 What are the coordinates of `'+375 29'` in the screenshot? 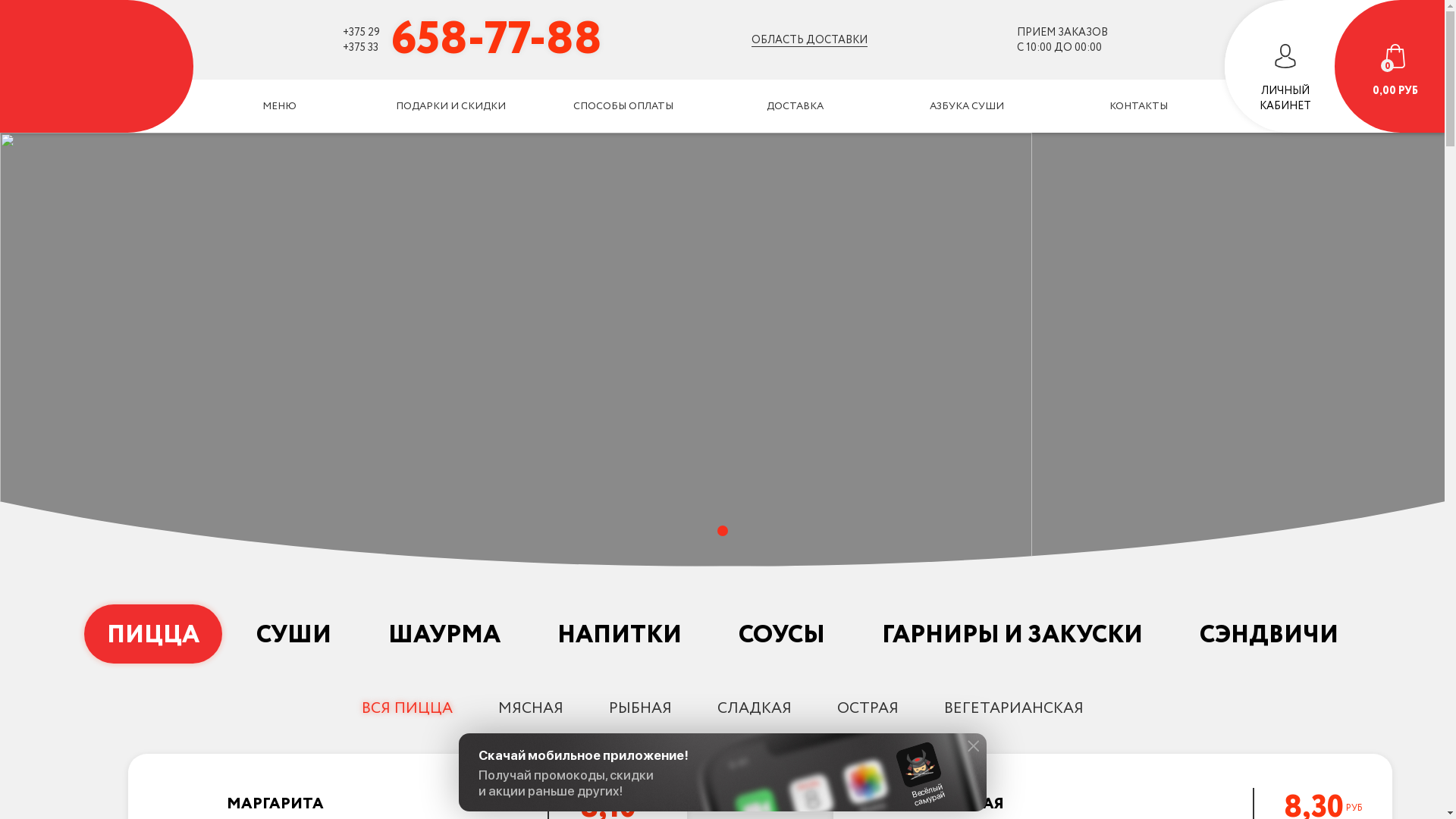 It's located at (360, 32).